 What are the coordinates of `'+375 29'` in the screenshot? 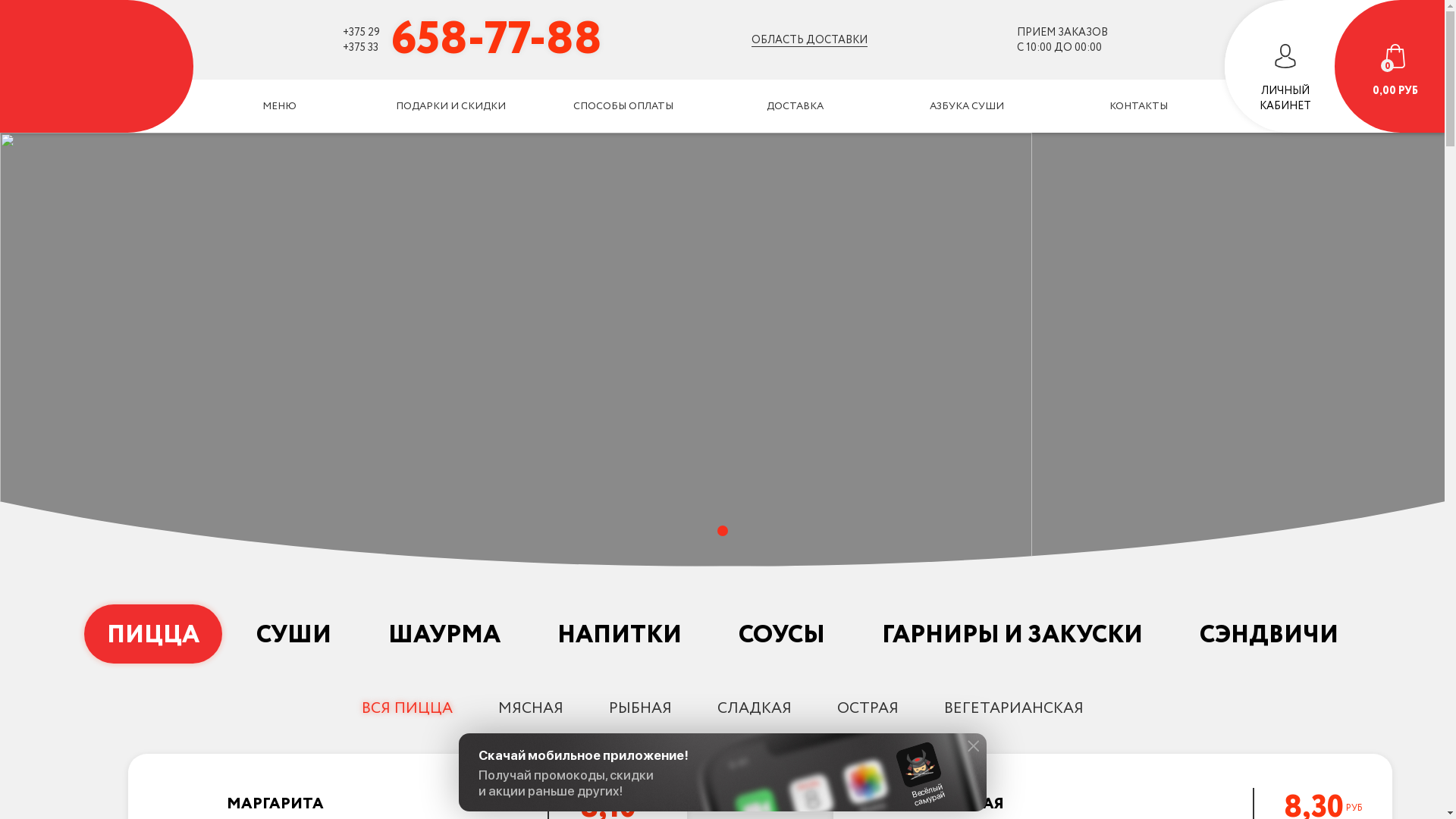 It's located at (360, 32).